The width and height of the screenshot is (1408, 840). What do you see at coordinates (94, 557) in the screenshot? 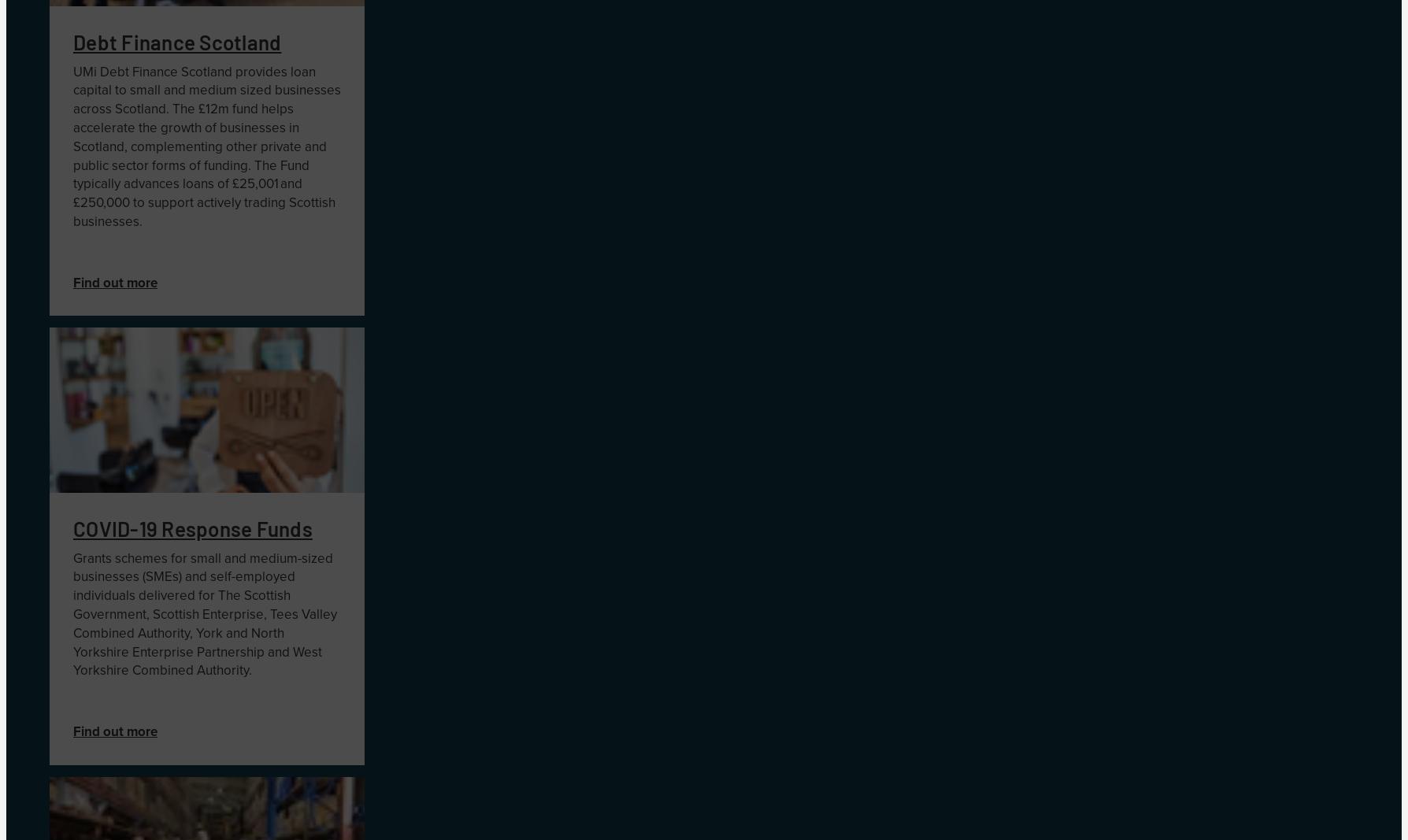
I see `'Grants'` at bounding box center [94, 557].